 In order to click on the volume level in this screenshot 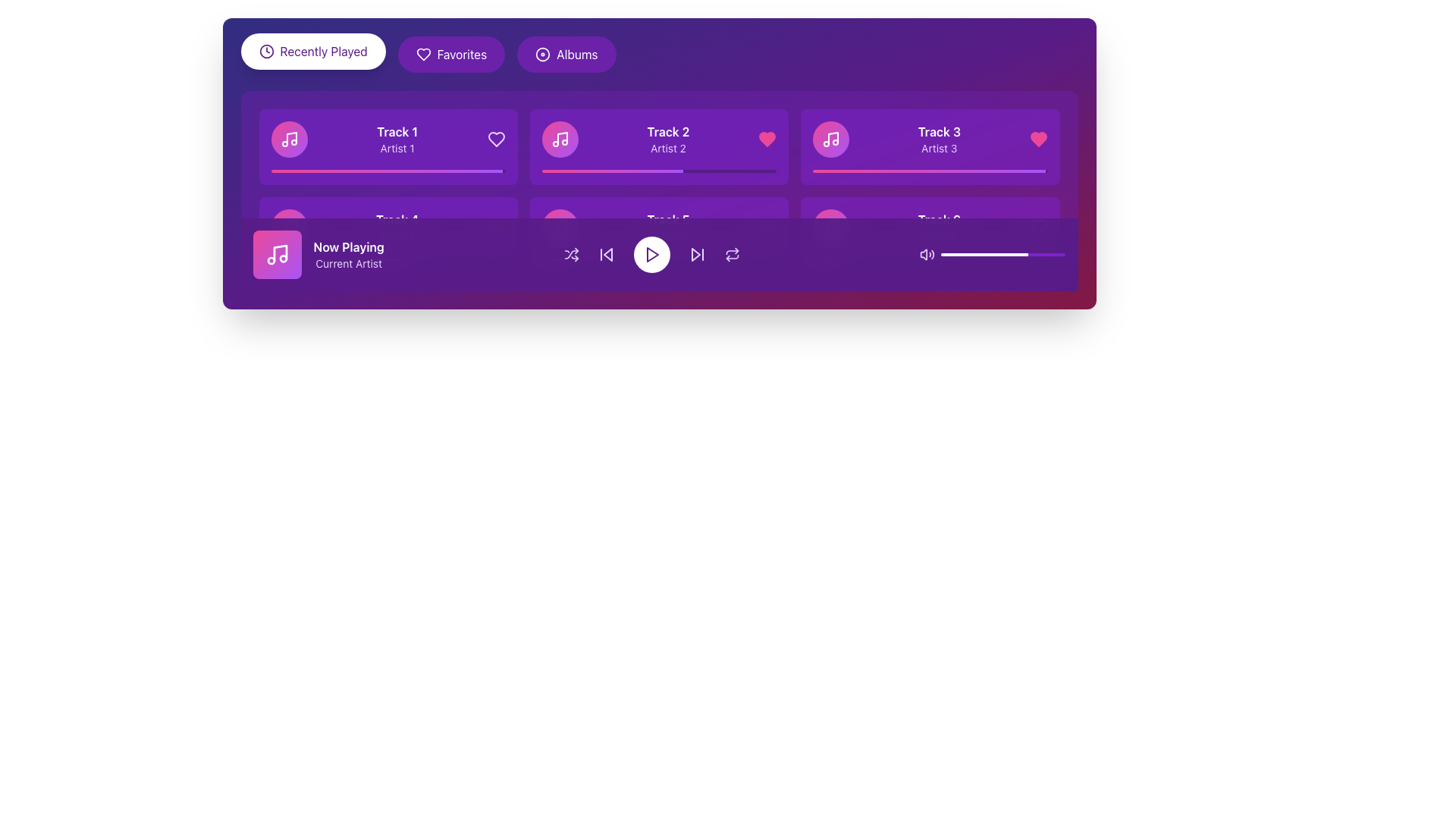, I will do `click(946, 253)`.